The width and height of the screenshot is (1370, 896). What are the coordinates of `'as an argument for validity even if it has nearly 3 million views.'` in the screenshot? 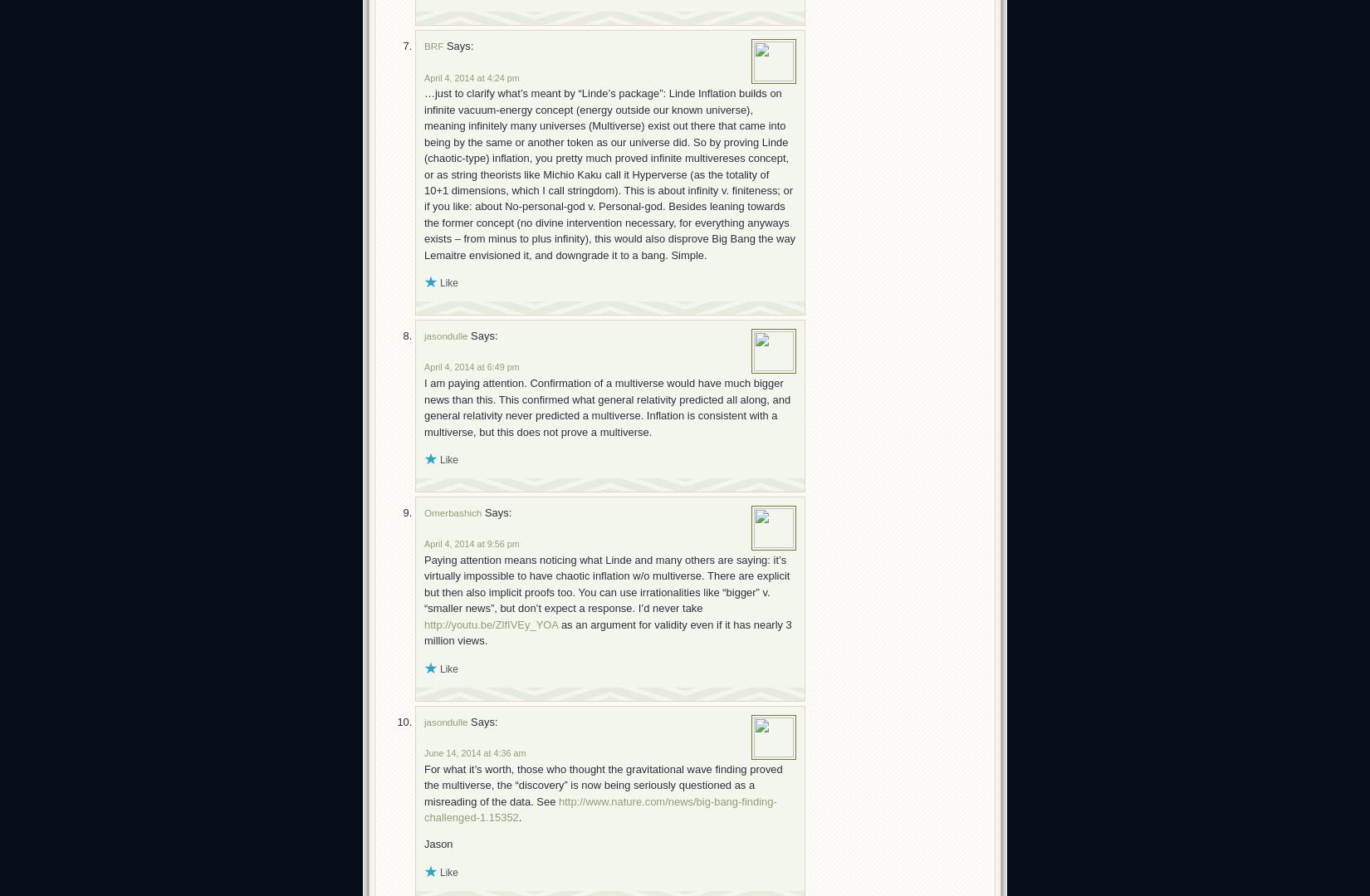 It's located at (606, 632).